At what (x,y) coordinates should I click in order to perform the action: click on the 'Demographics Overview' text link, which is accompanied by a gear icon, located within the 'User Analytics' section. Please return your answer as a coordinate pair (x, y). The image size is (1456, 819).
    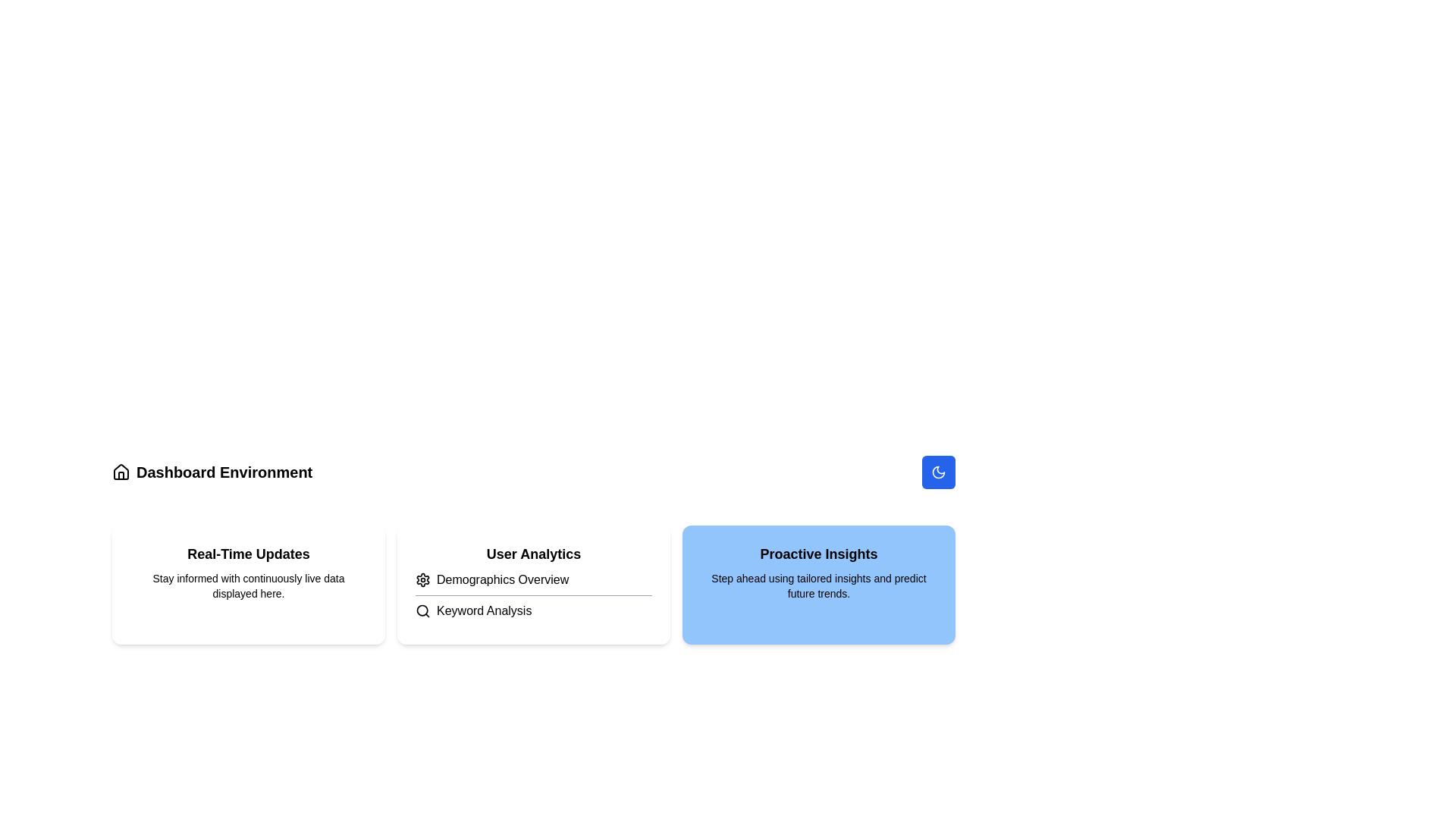
    Looking at the image, I should click on (534, 595).